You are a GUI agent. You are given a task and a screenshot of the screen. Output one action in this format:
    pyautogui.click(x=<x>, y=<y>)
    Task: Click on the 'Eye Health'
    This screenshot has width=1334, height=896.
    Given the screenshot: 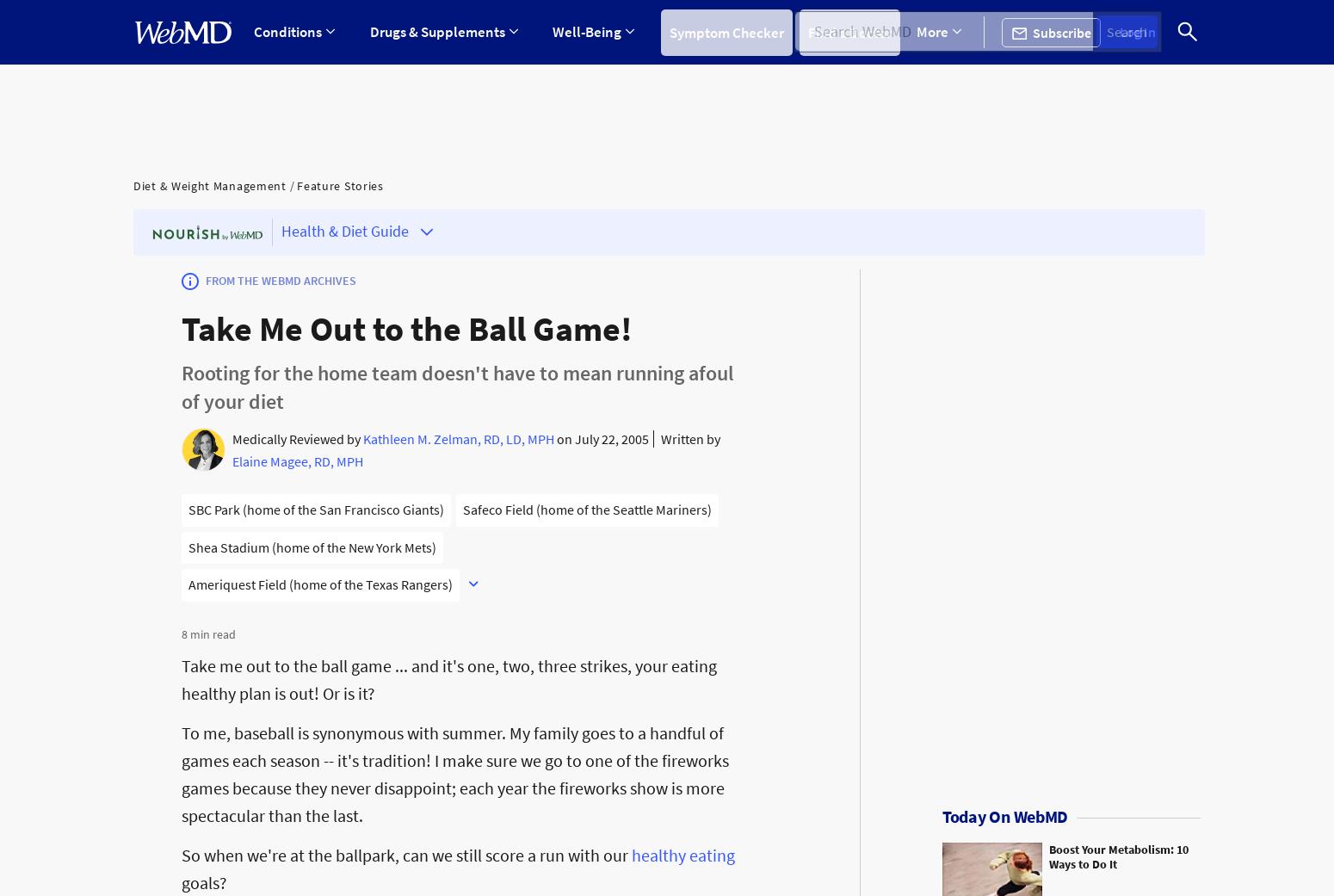 What is the action you would take?
    pyautogui.click(x=449, y=264)
    